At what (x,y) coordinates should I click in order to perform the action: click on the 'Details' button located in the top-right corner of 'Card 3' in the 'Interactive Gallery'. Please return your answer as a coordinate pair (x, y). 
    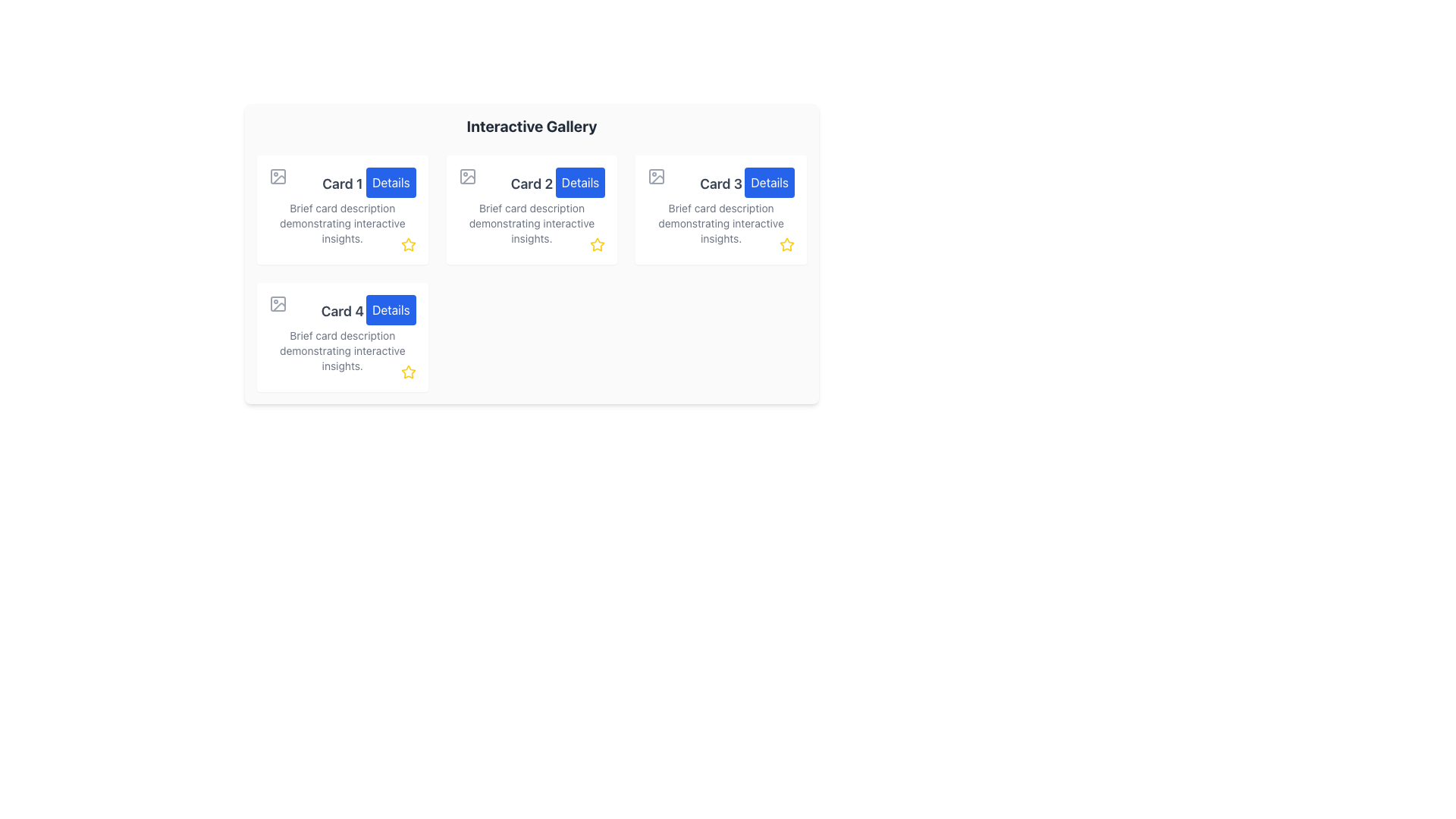
    Looking at the image, I should click on (770, 181).